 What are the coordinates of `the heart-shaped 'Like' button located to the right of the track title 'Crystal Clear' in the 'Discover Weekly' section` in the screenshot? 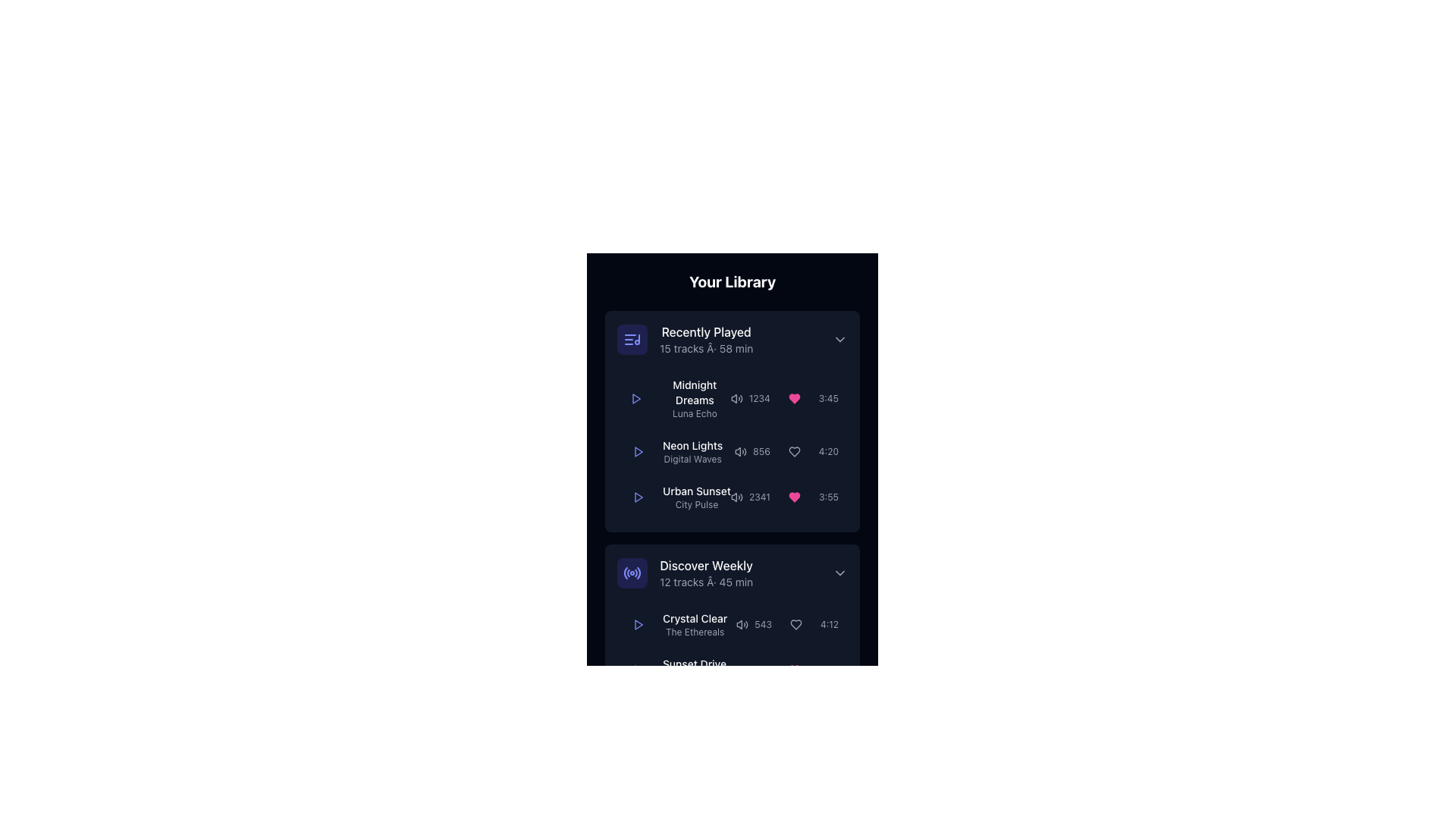 It's located at (795, 625).